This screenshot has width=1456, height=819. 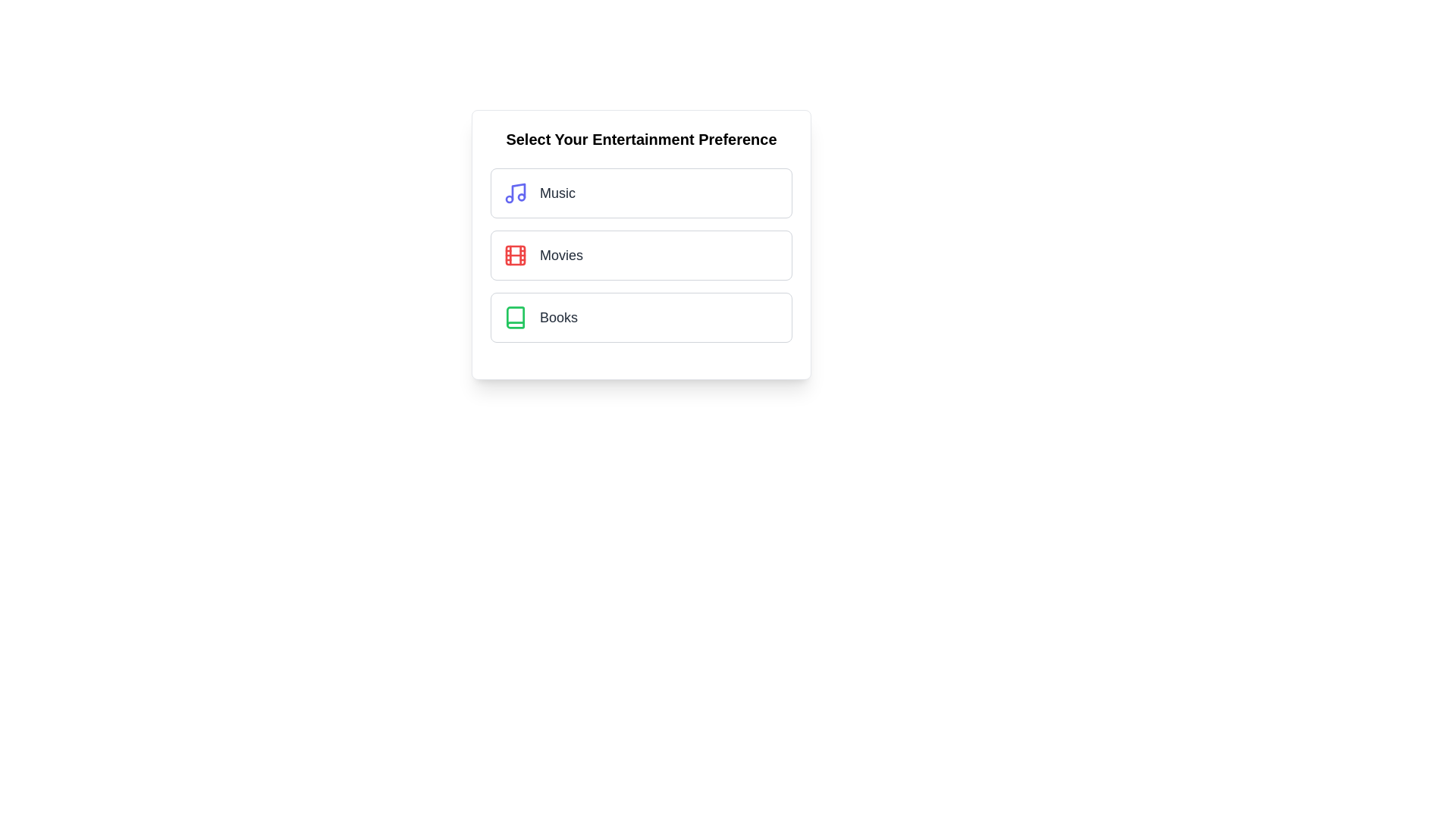 What do you see at coordinates (516, 254) in the screenshot?
I see `the 'Movies' icon located to the left of the 'Movies' text in the 'Select Your Entertainment Preference' list, which is the second item between 'Music' and 'Books'` at bounding box center [516, 254].